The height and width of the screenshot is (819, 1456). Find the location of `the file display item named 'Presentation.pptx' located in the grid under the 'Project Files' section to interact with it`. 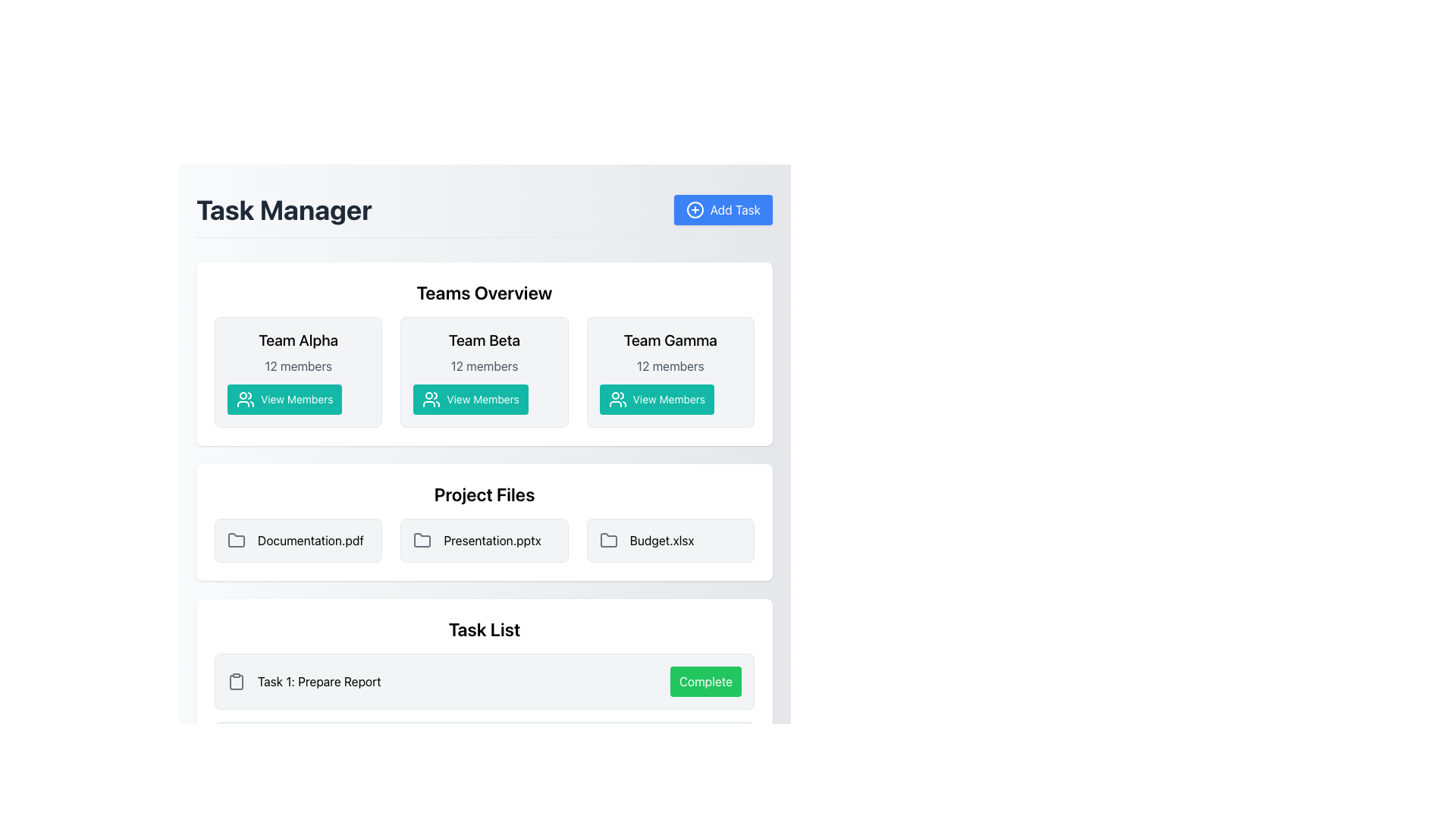

the file display item named 'Presentation.pptx' located in the grid under the 'Project Files' section to interact with it is located at coordinates (483, 540).